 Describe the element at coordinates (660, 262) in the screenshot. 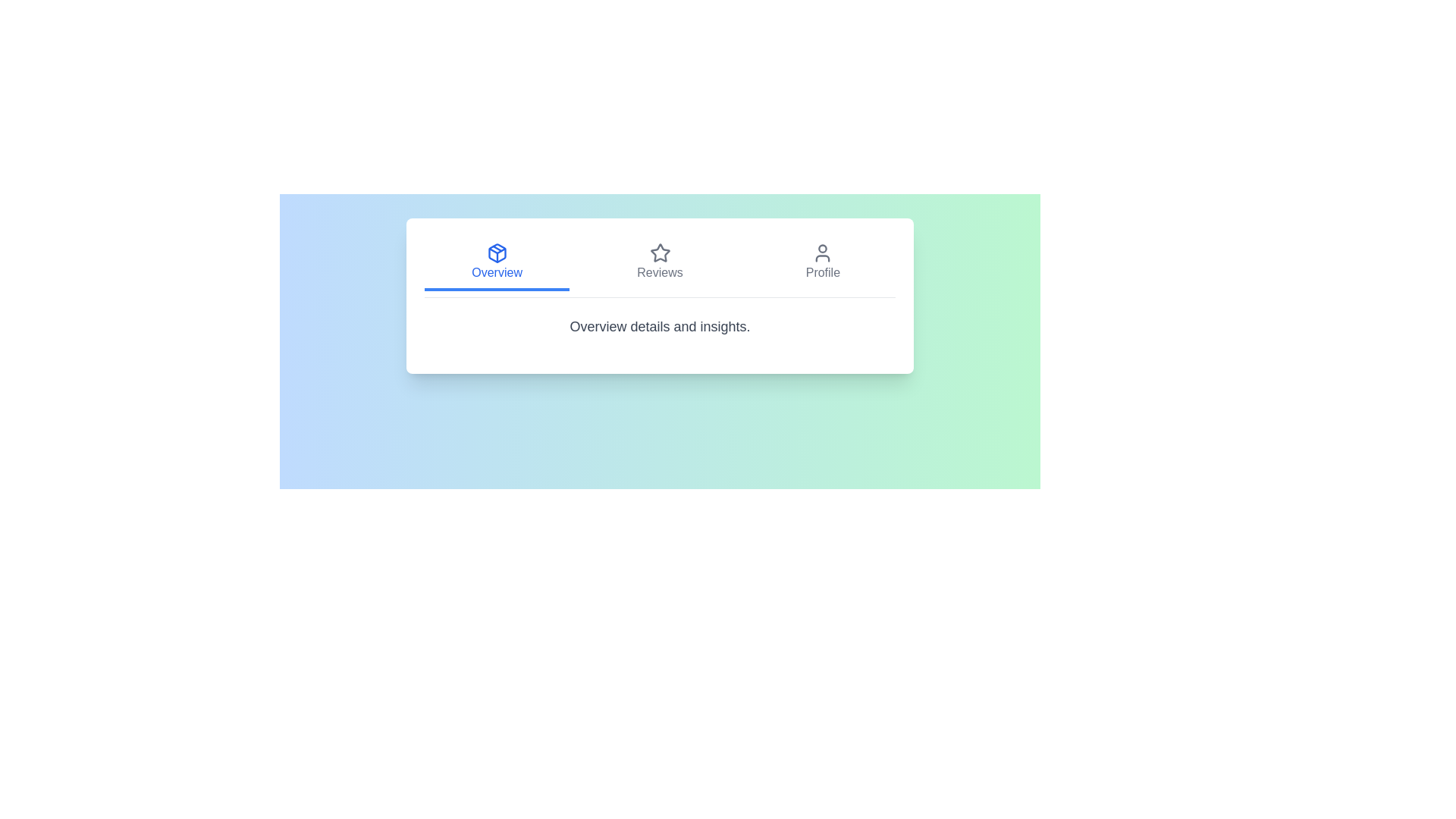

I see `the Reviews tab by clicking on it` at that location.